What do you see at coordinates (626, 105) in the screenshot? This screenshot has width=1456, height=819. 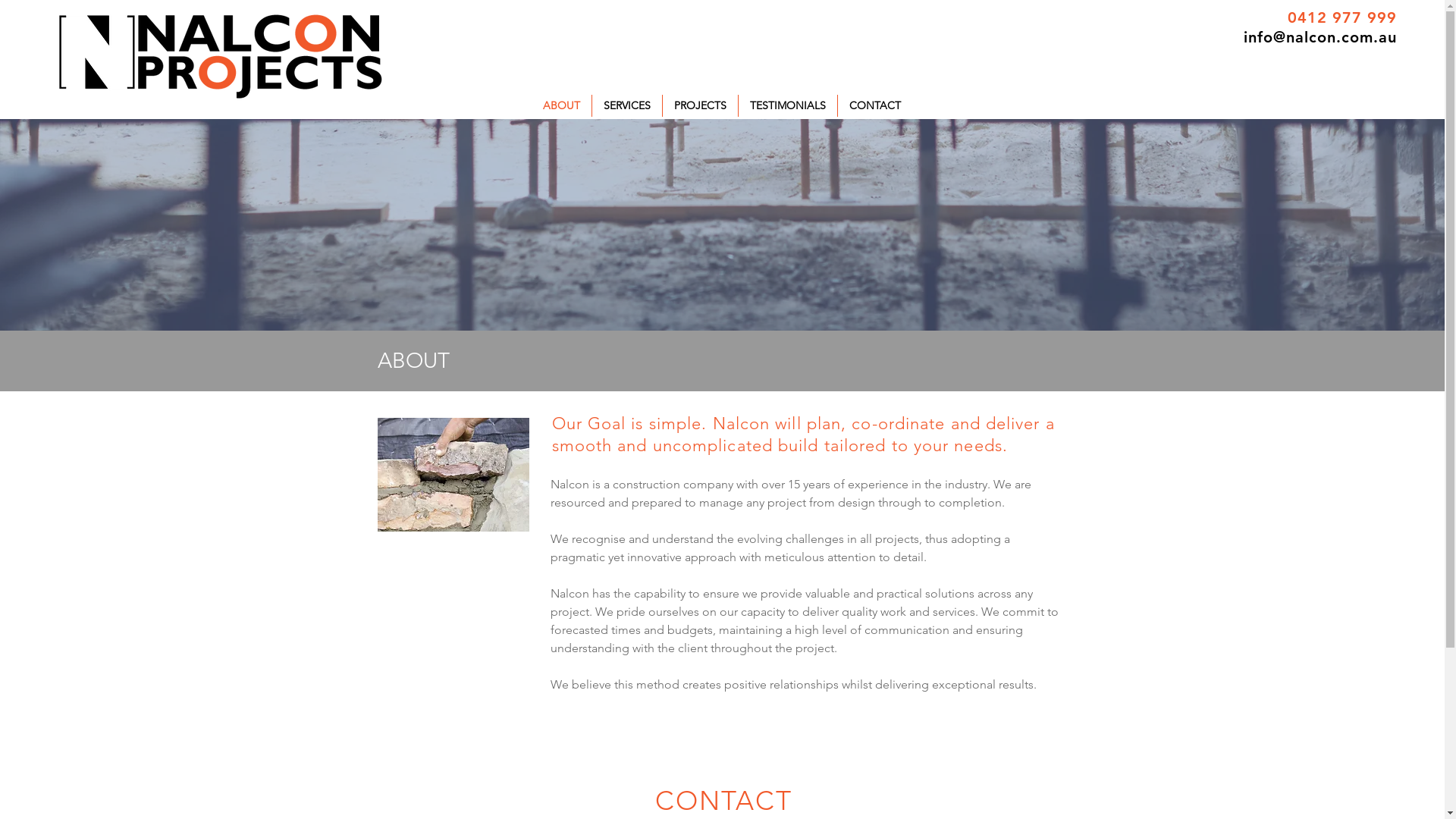 I see `'SERVICES'` at bounding box center [626, 105].